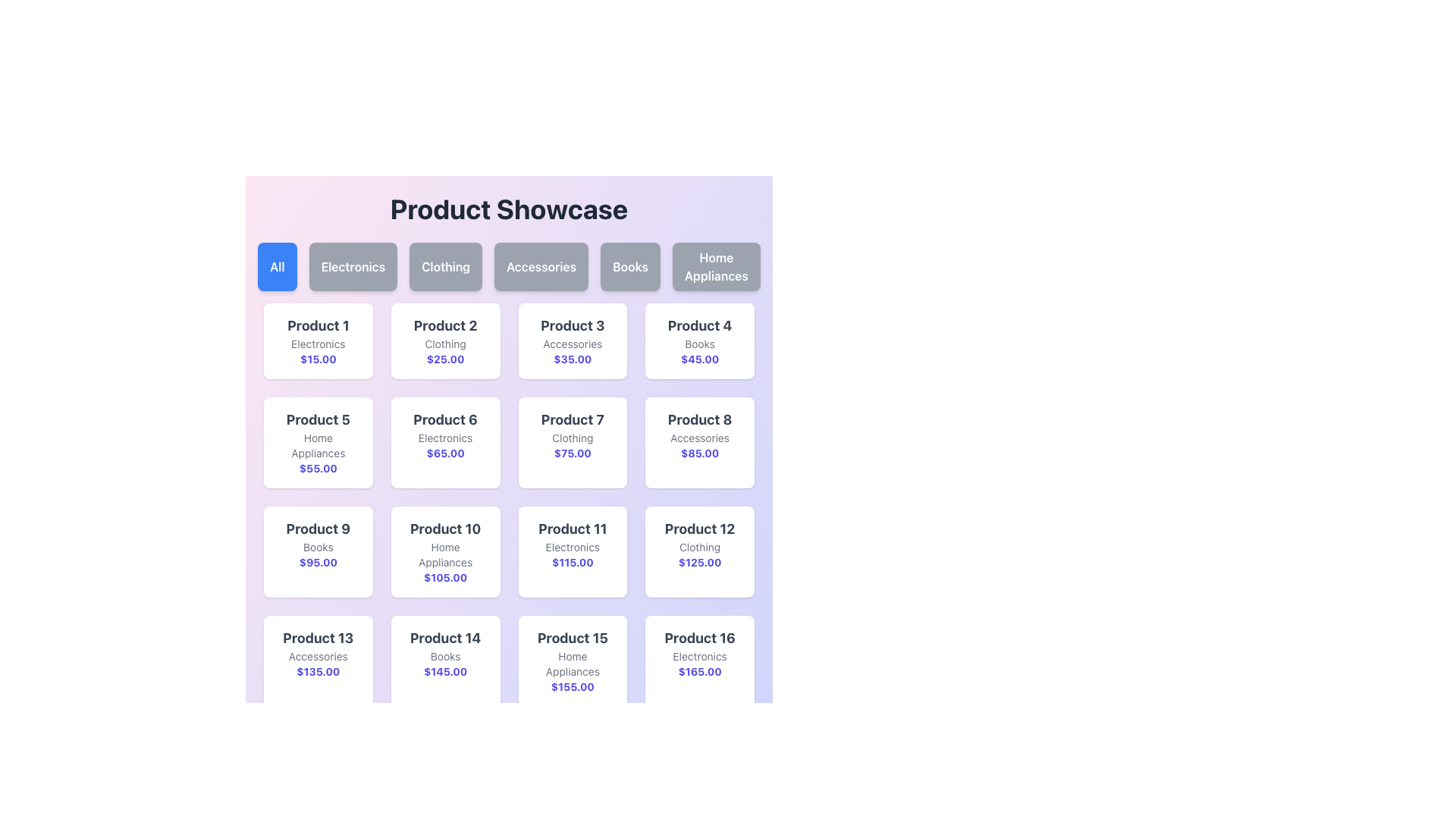 This screenshot has width=1456, height=819. What do you see at coordinates (352, 265) in the screenshot?
I see `the 'Electronics' button, which is the second button in a row of six` at bounding box center [352, 265].